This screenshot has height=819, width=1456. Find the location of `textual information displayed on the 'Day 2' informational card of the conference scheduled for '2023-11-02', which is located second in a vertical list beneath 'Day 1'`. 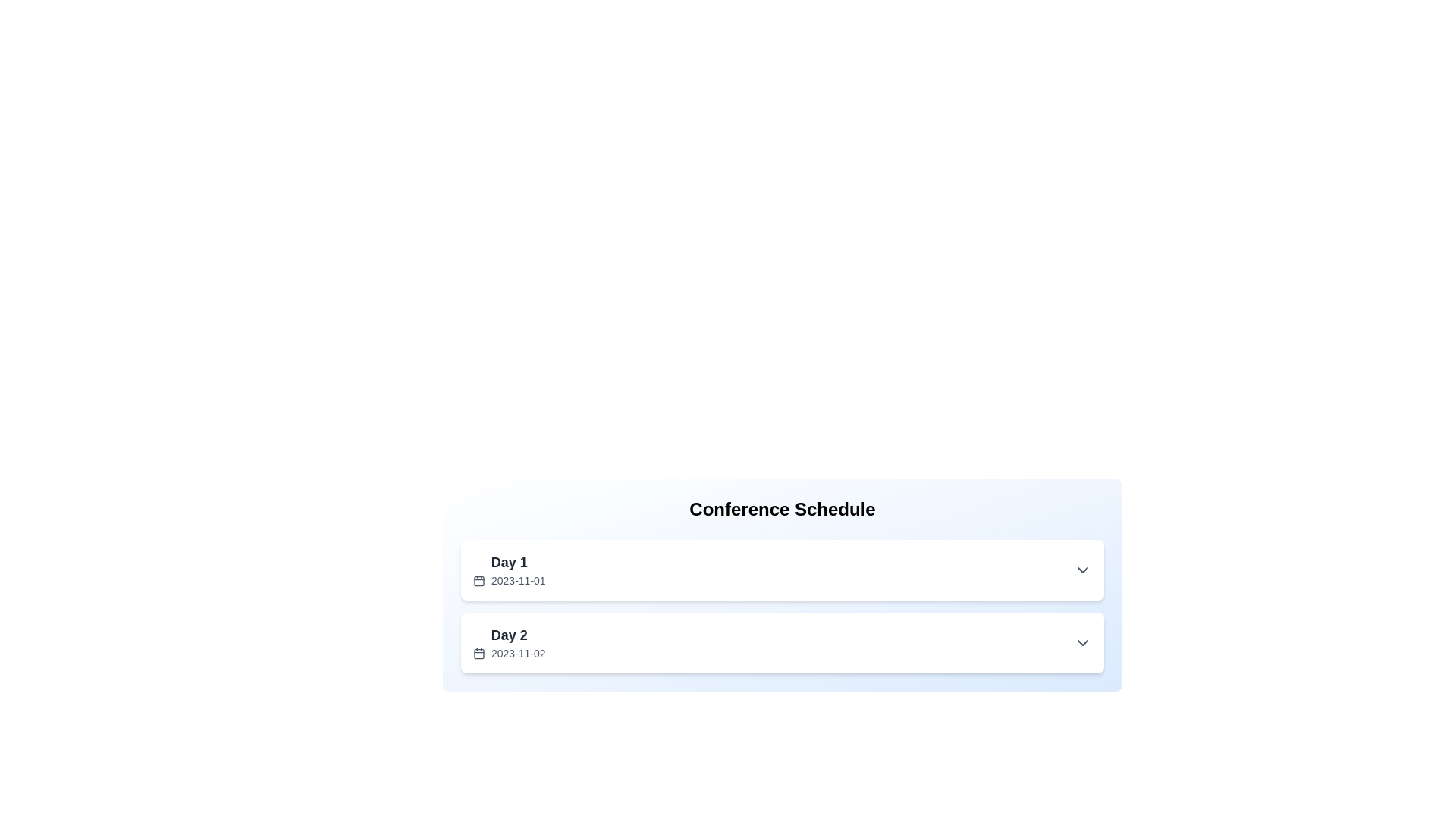

textual information displayed on the 'Day 2' informational card of the conference scheduled for '2023-11-02', which is located second in a vertical list beneath 'Day 1' is located at coordinates (783, 643).